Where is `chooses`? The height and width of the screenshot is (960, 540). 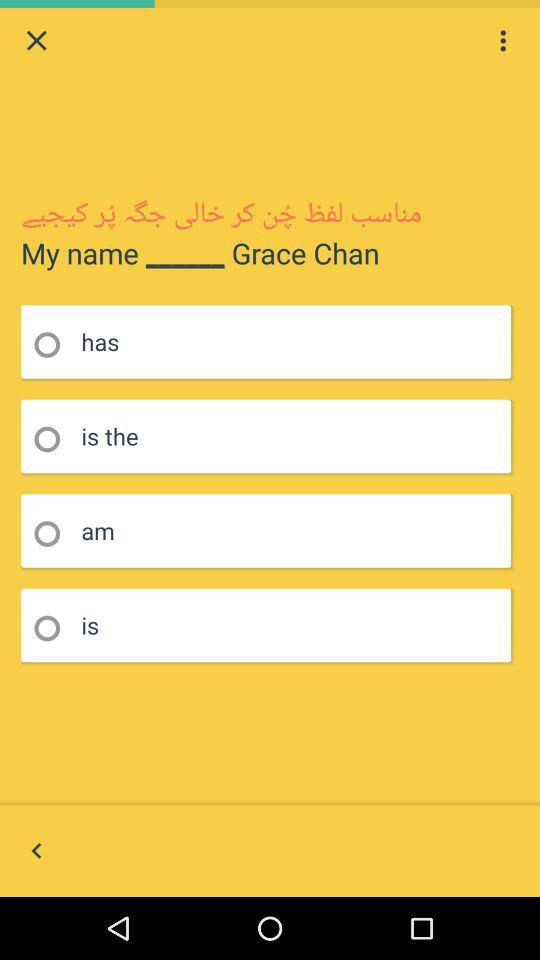 chooses is located at coordinates (53, 627).